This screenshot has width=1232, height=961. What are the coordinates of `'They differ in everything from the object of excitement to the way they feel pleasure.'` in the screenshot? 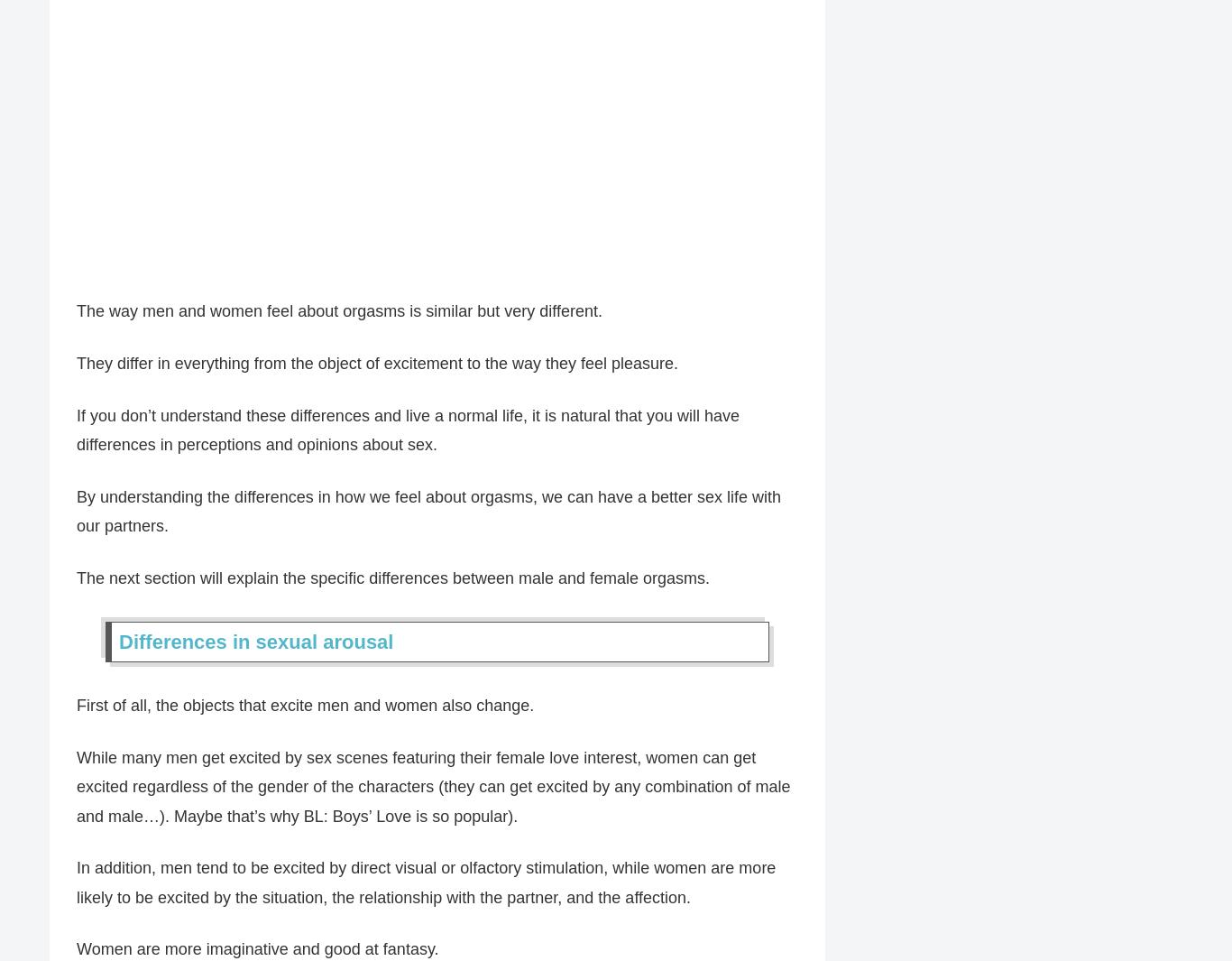 It's located at (76, 362).